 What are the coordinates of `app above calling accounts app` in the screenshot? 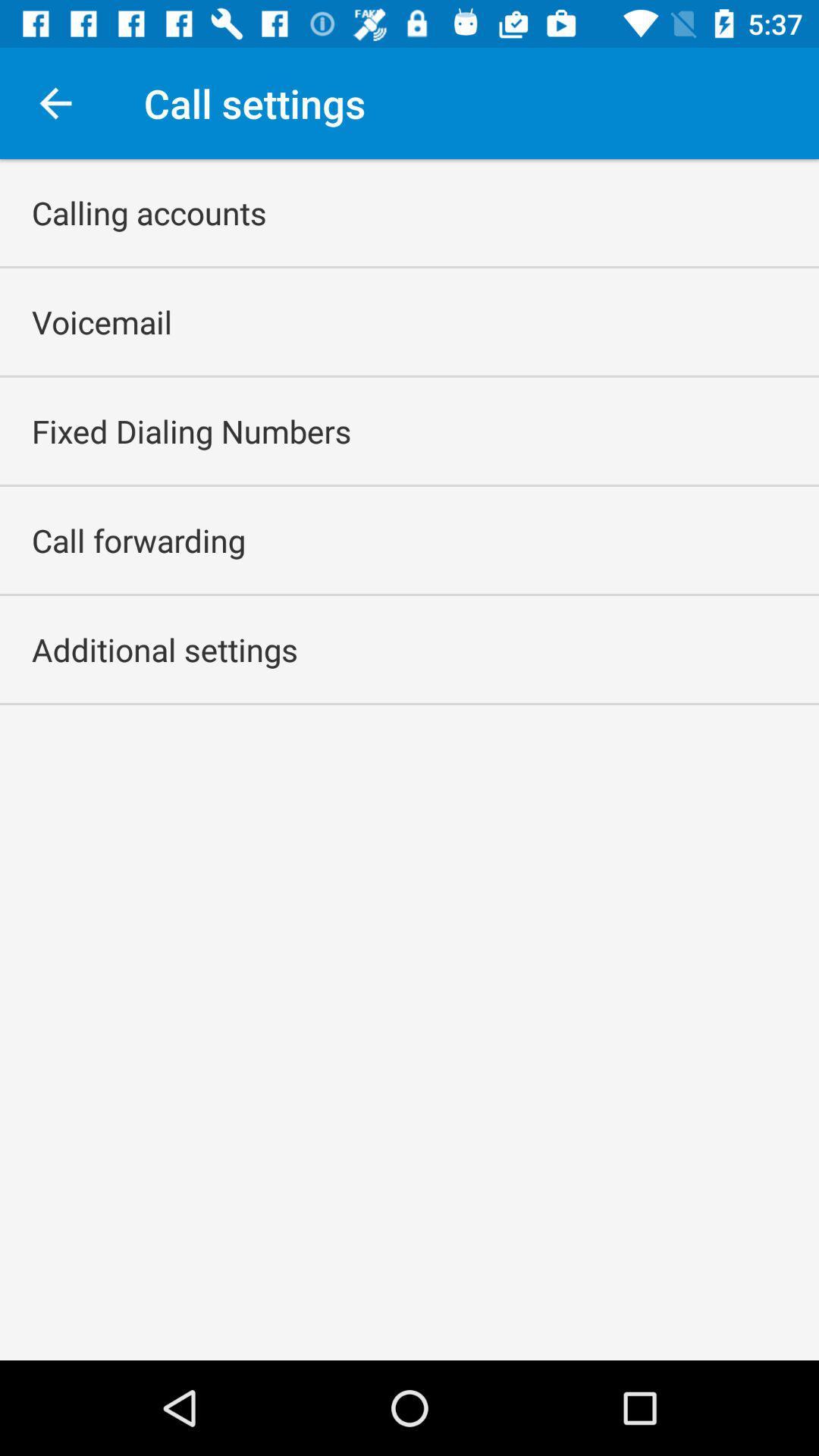 It's located at (55, 102).